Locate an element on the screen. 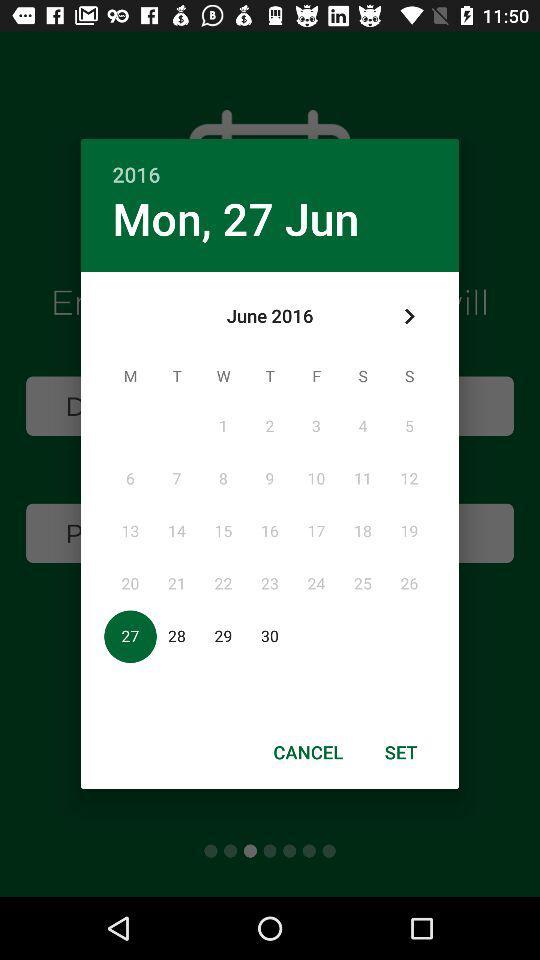 The image size is (540, 960). the item below 2016 icon is located at coordinates (408, 316).